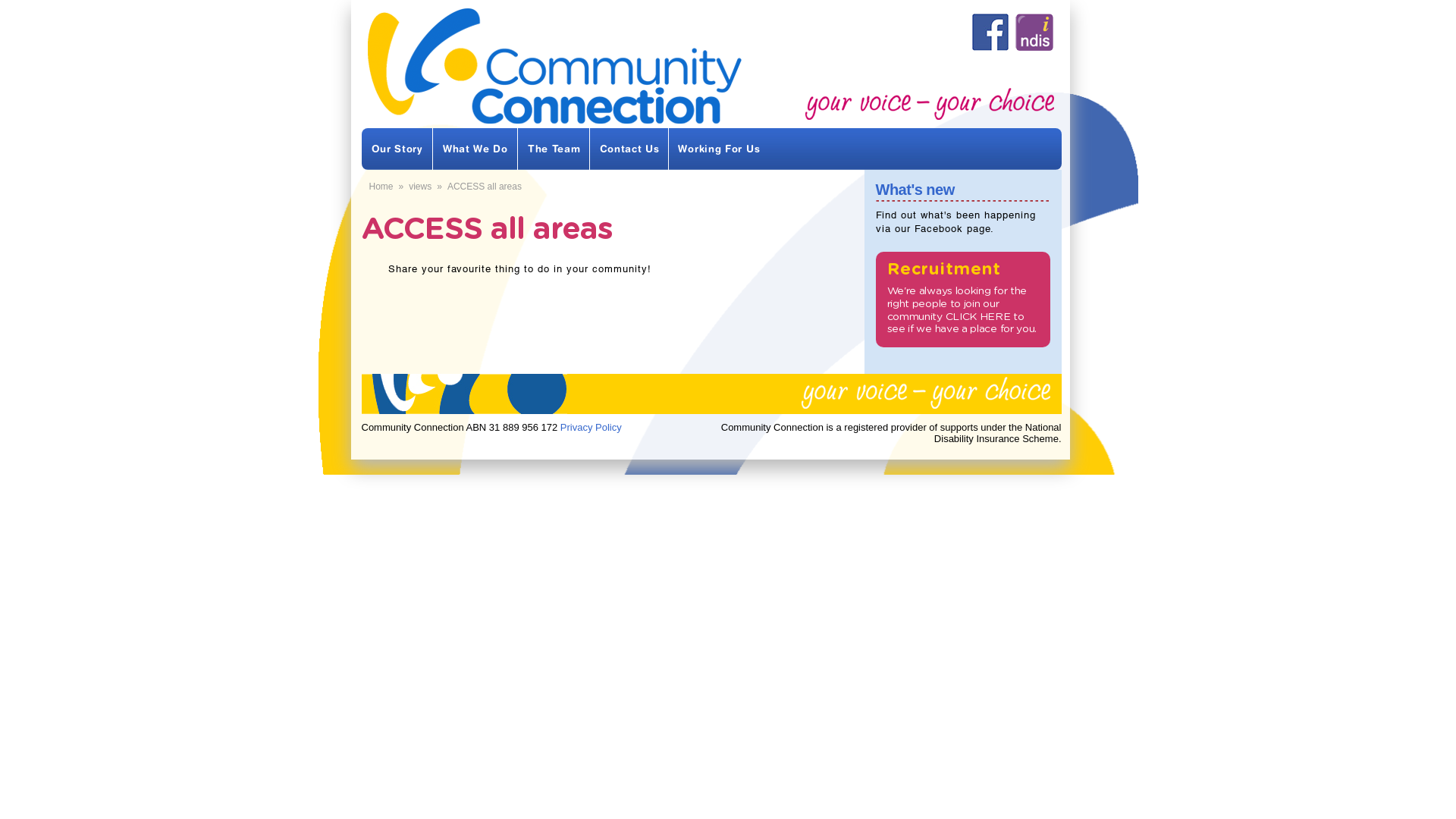 The image size is (1456, 819). What do you see at coordinates (553, 146) in the screenshot?
I see `'The Team'` at bounding box center [553, 146].